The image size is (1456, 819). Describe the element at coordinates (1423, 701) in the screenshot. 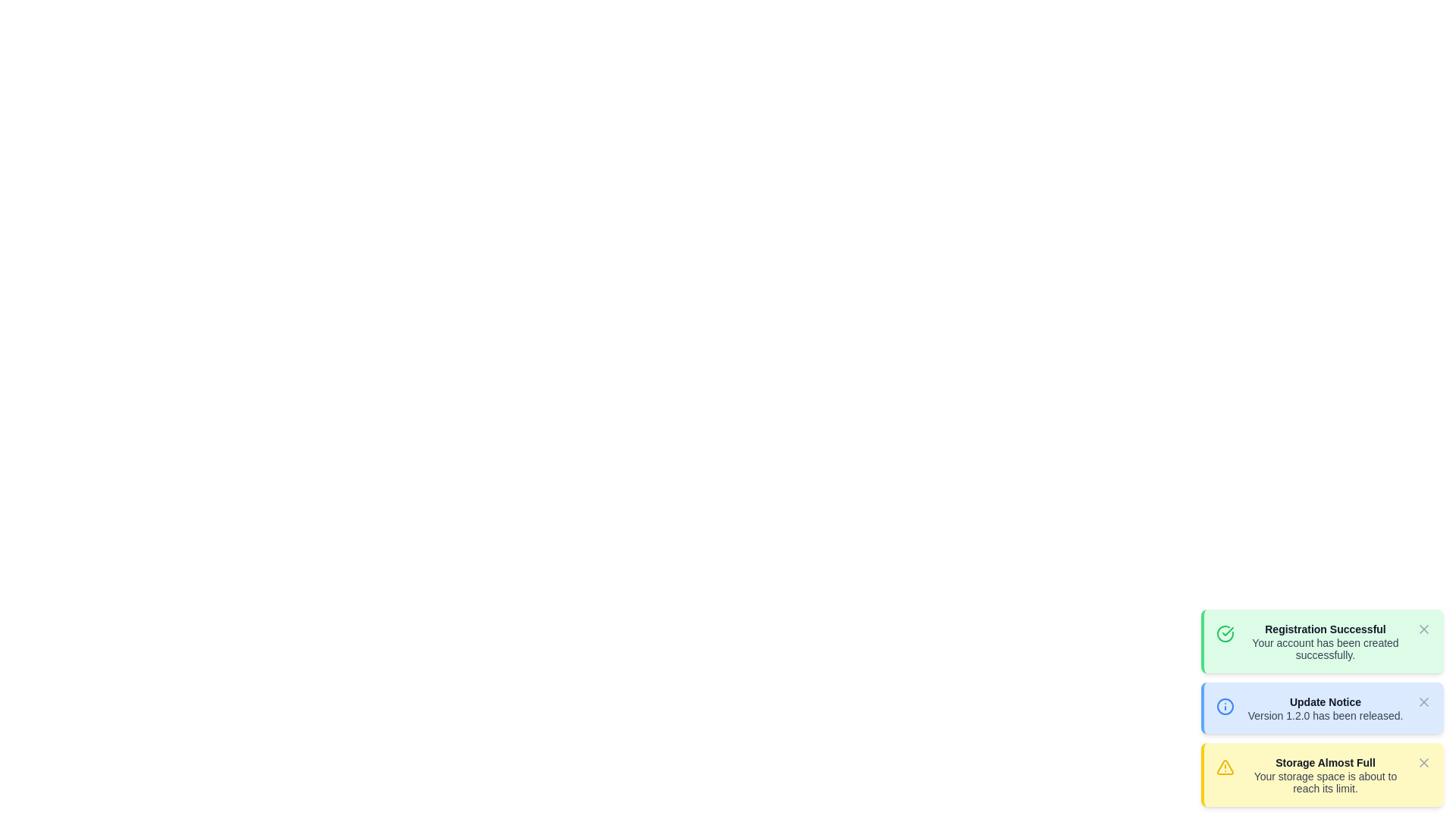

I see `the close icon of the 'Update Notice' notification located at the top-right corner of its modal component` at that location.